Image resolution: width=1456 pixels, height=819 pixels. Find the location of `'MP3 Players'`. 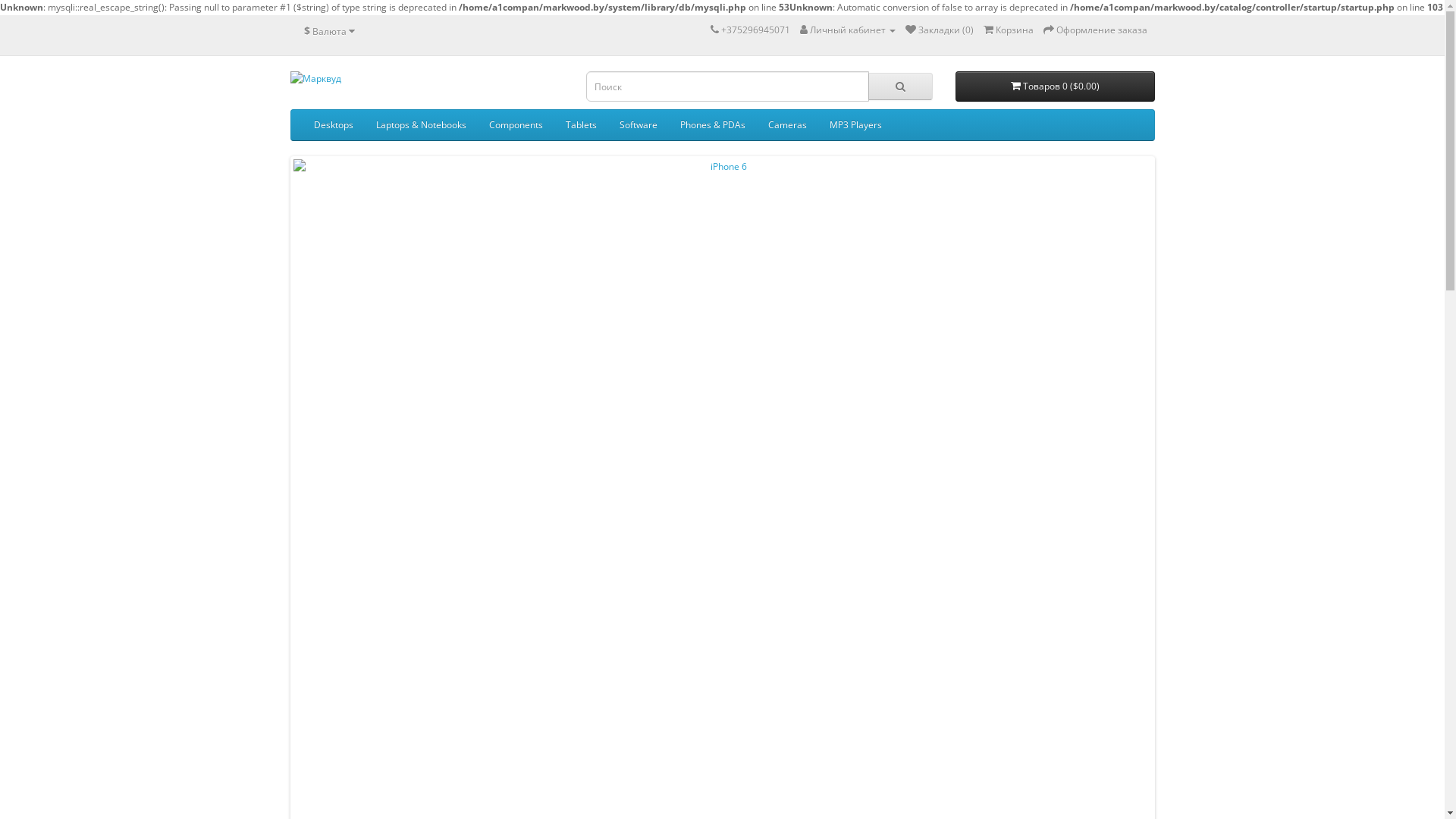

'MP3 Players' is located at coordinates (855, 124).